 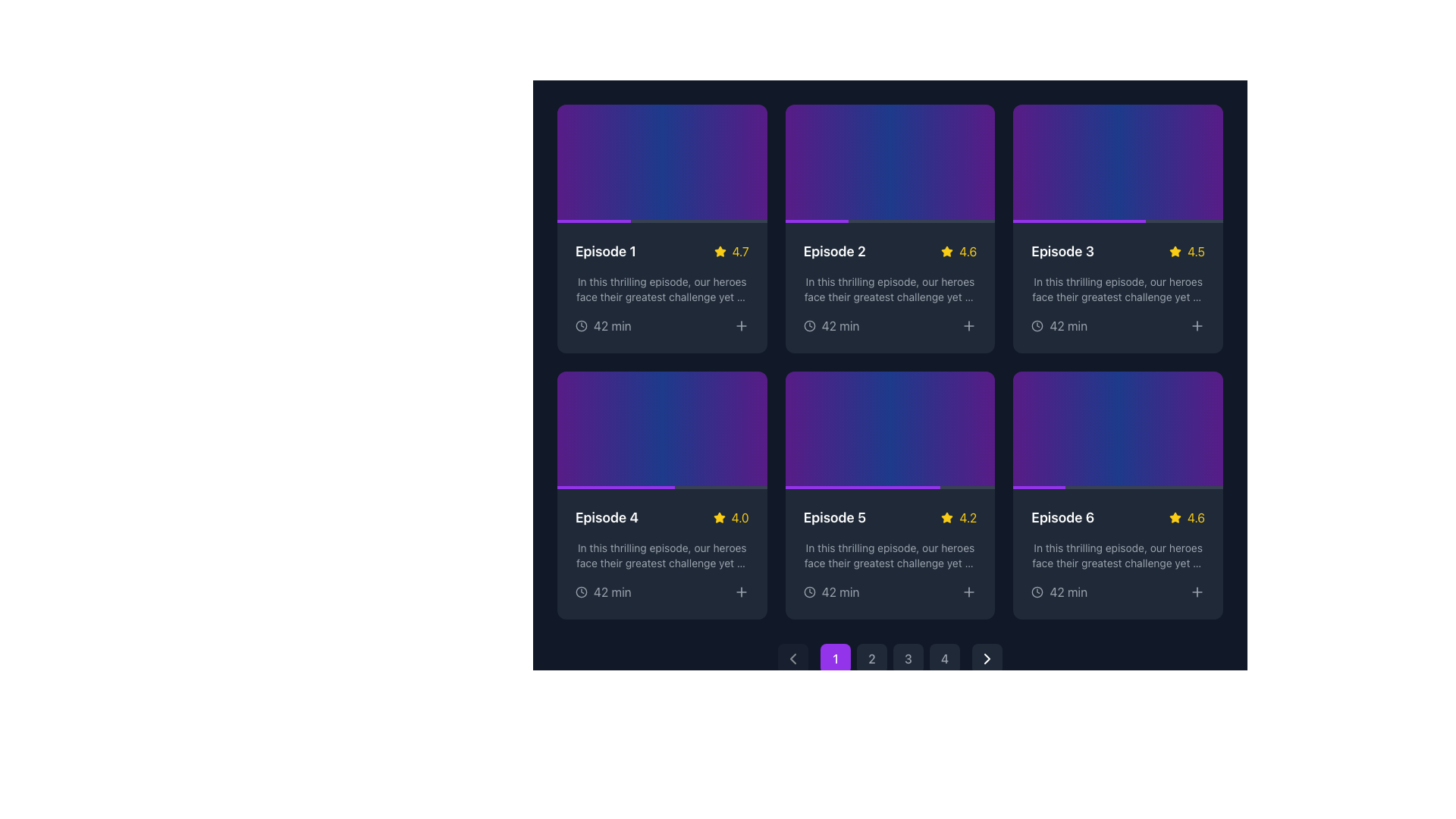 I want to click on the interactive button for adding or selecting 'Episode 1', located at the bottom-right corner near the '42 min' duration text to observe hover effects, so click(x=741, y=325).